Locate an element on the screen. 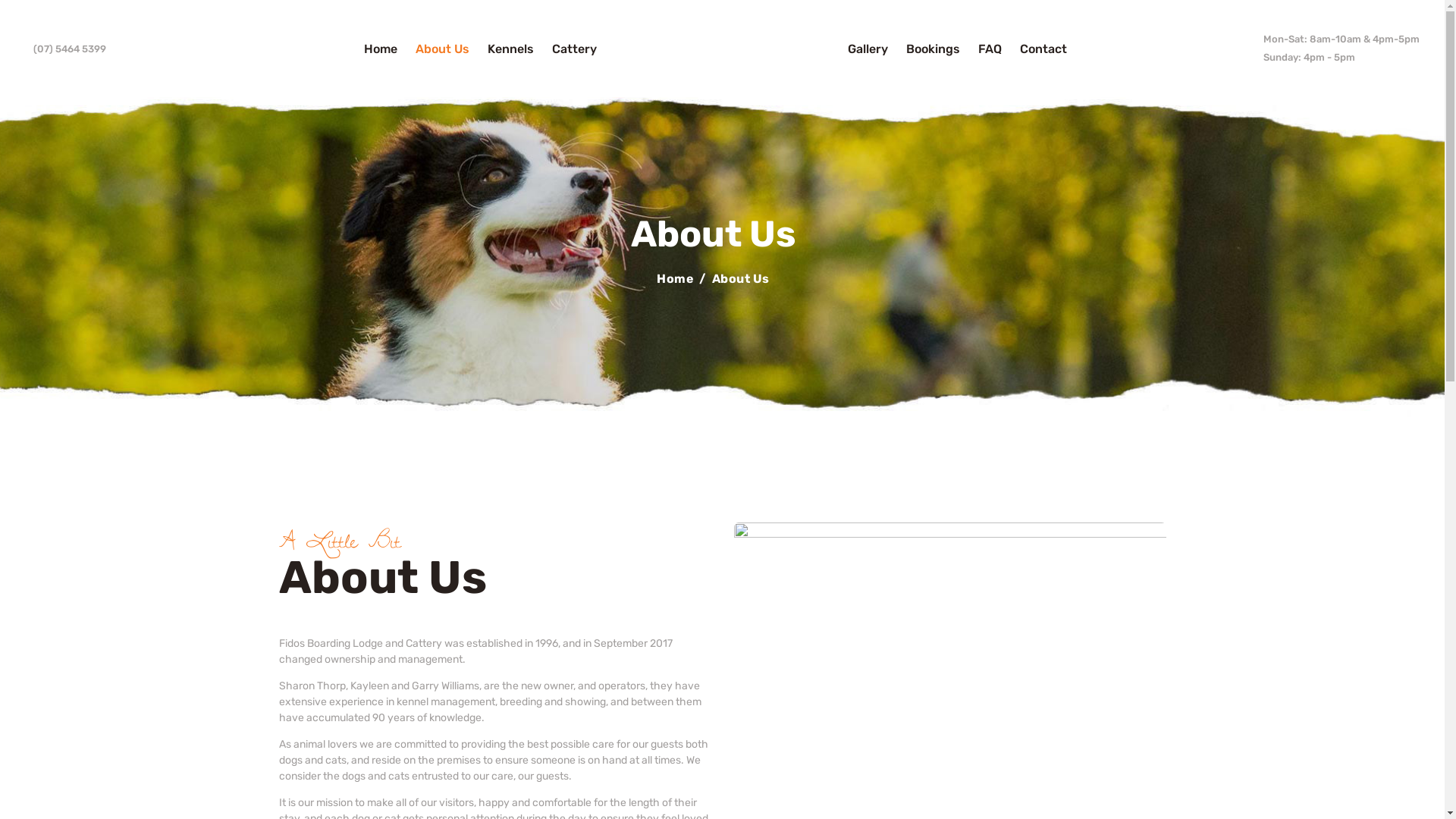 Image resolution: width=1456 pixels, height=819 pixels. 'Contact' is located at coordinates (1043, 48).